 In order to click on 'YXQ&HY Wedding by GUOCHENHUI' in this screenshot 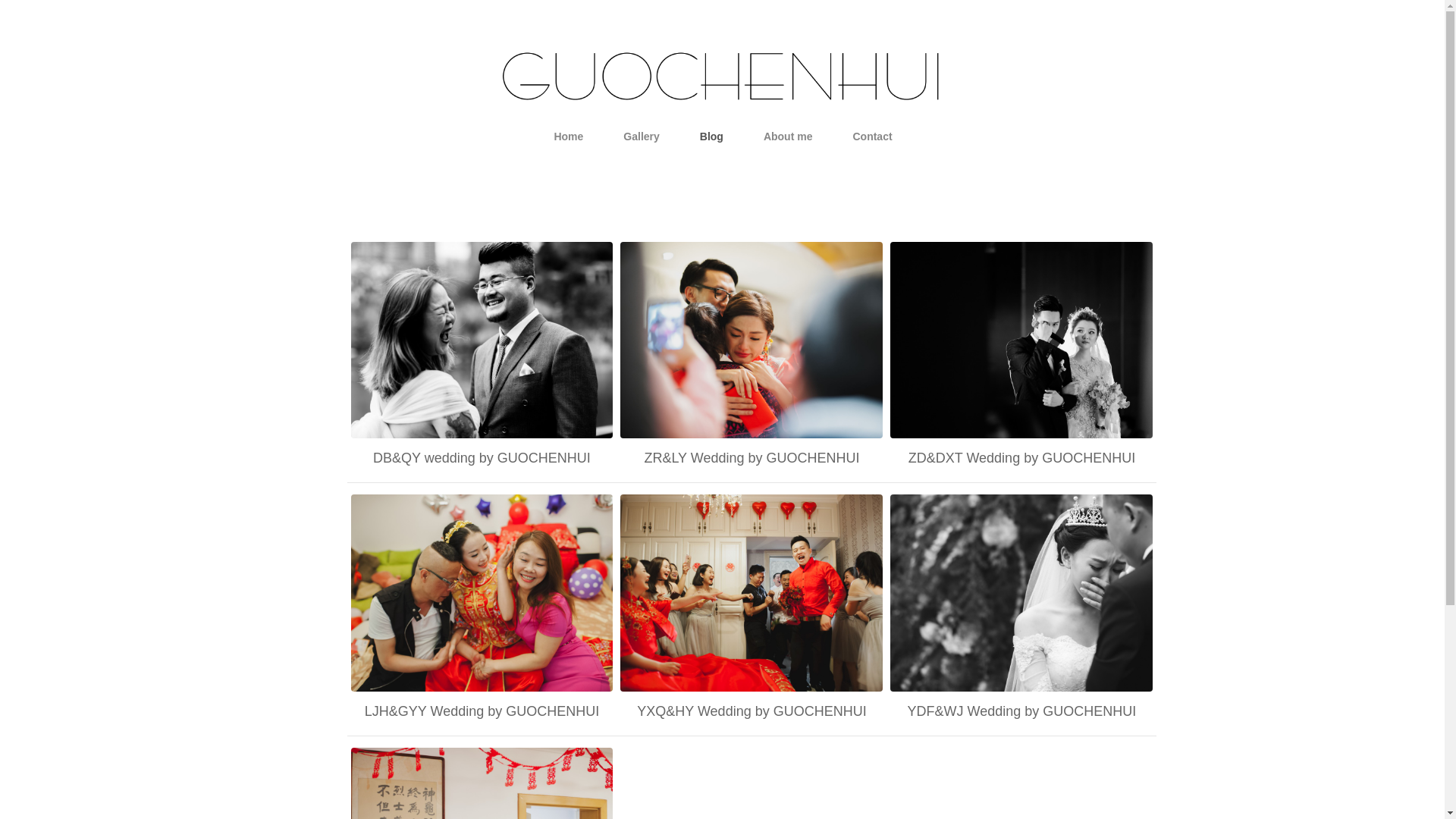, I will do `click(751, 711)`.